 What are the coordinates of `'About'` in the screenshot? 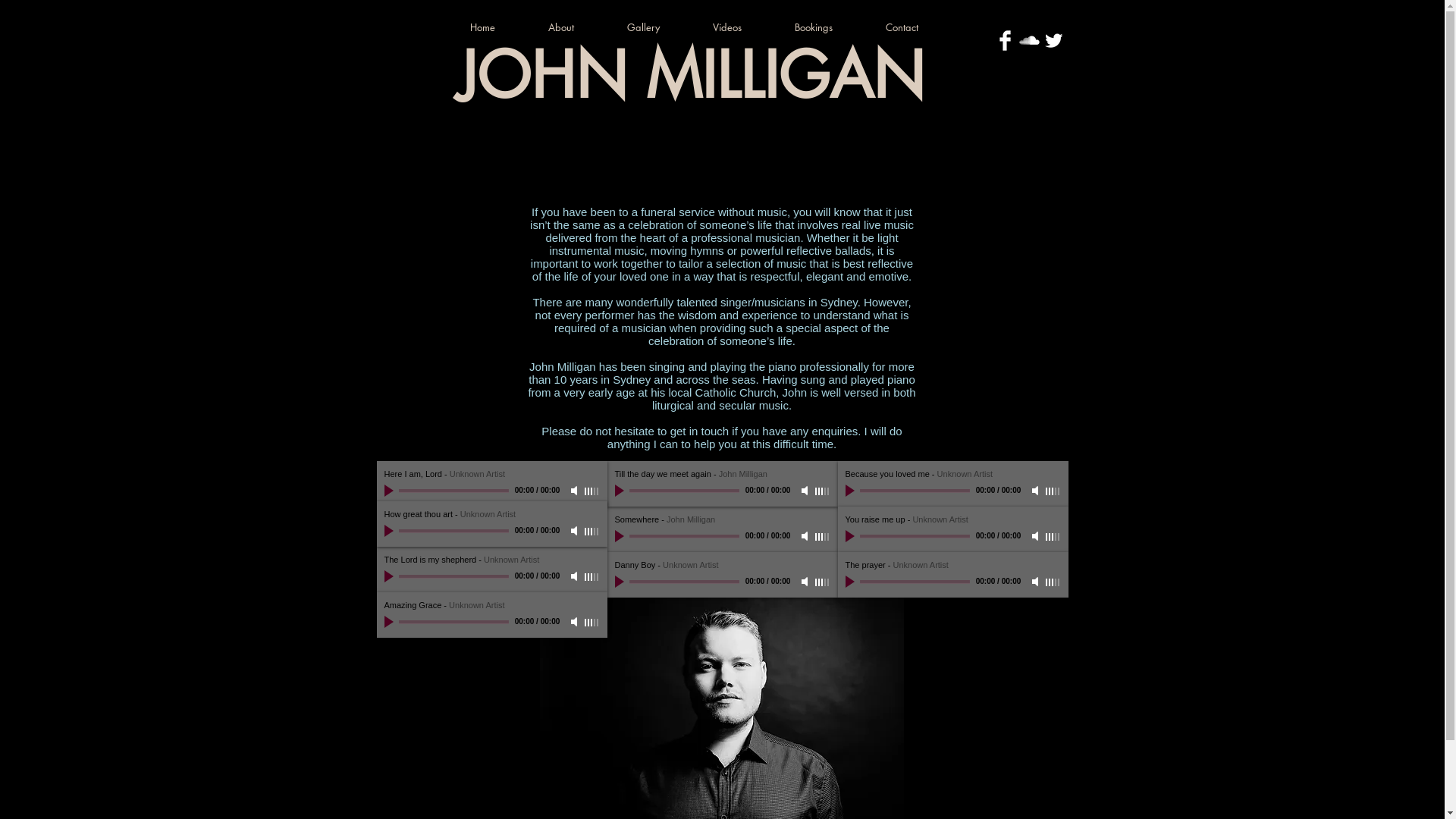 It's located at (574, 27).